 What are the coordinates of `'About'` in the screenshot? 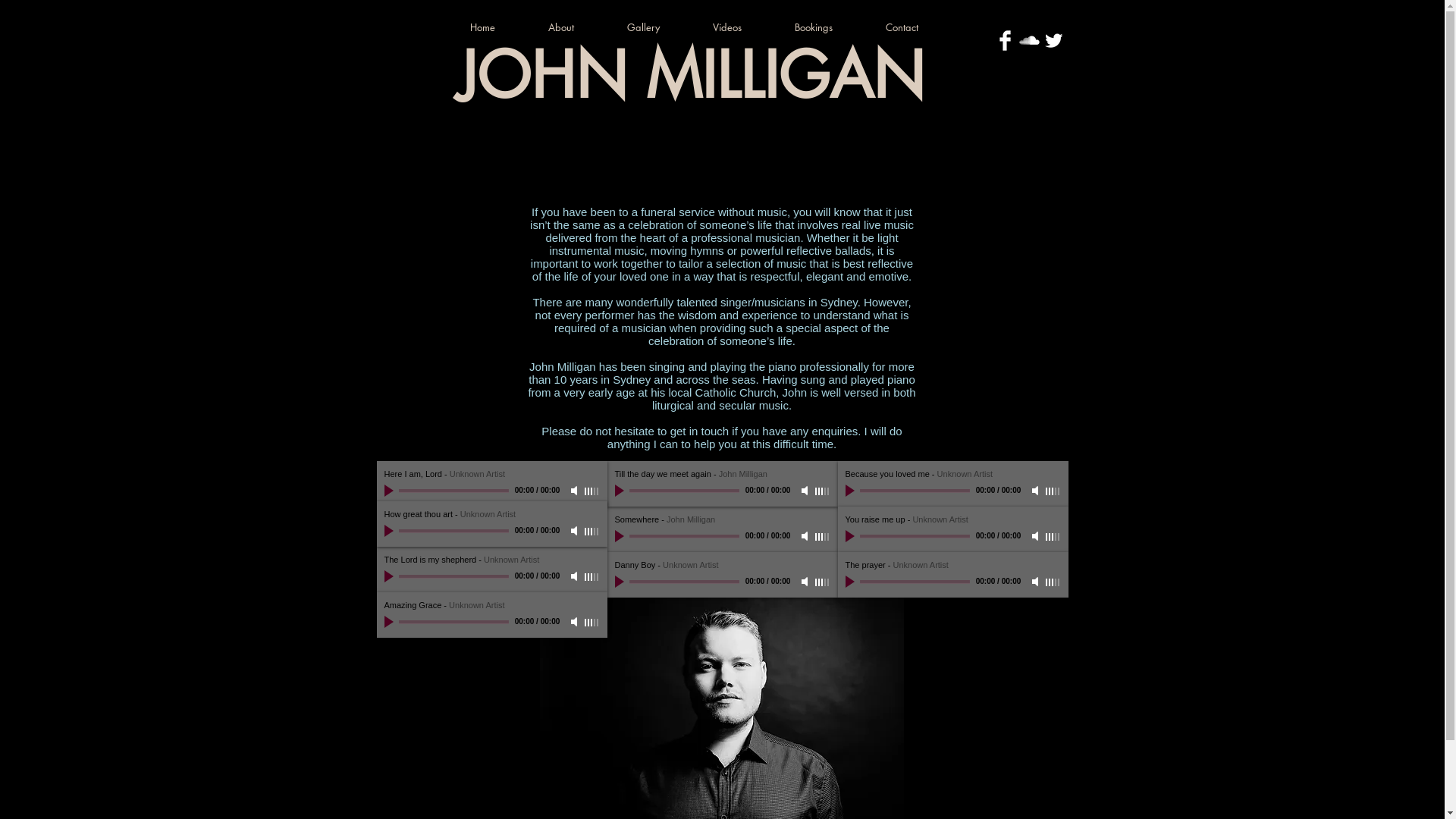 It's located at (574, 27).